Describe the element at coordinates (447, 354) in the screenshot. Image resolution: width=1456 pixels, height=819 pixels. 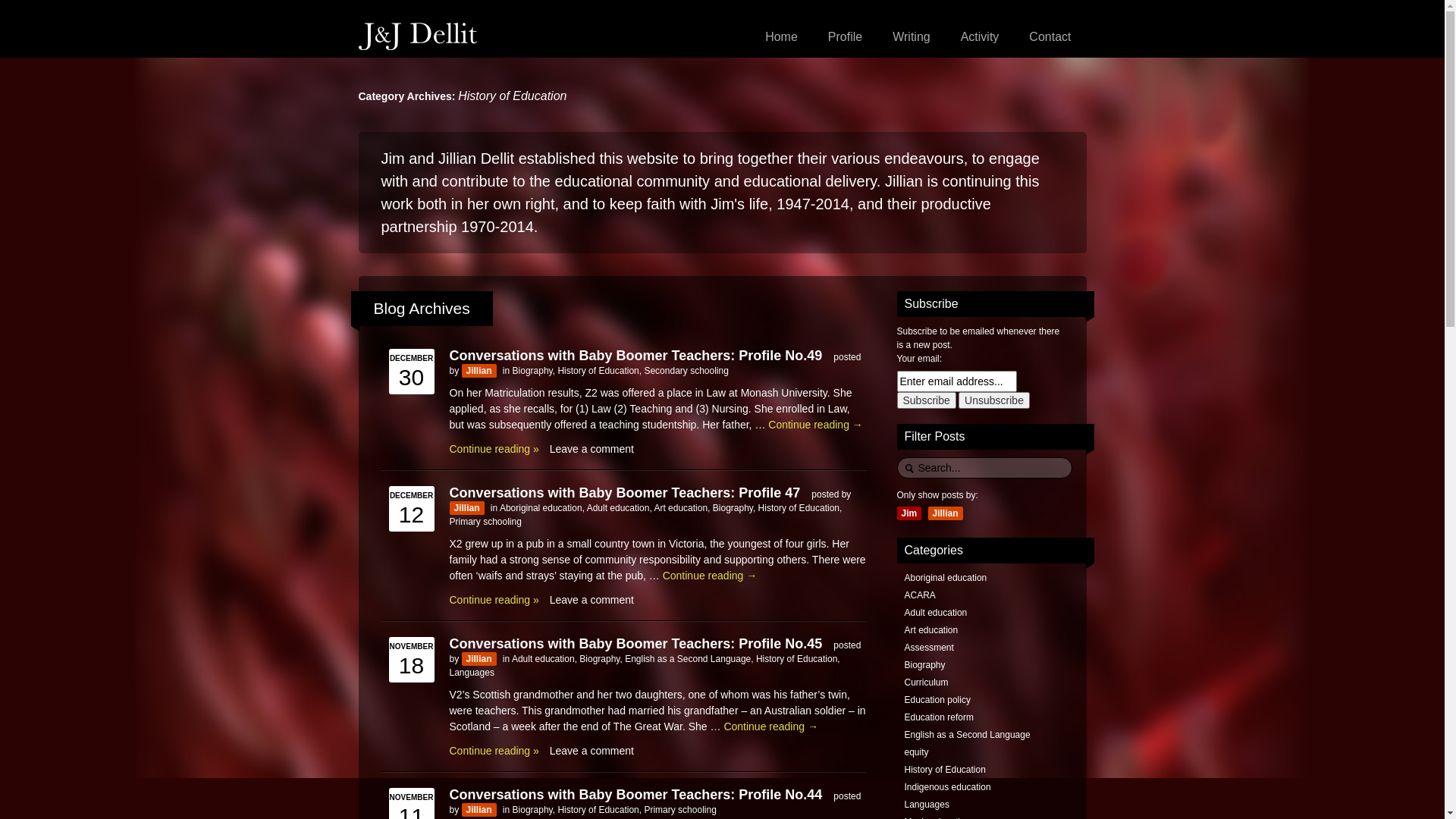
I see `'Conversations with Baby Boomer Teachers: Profile No.49'` at that location.